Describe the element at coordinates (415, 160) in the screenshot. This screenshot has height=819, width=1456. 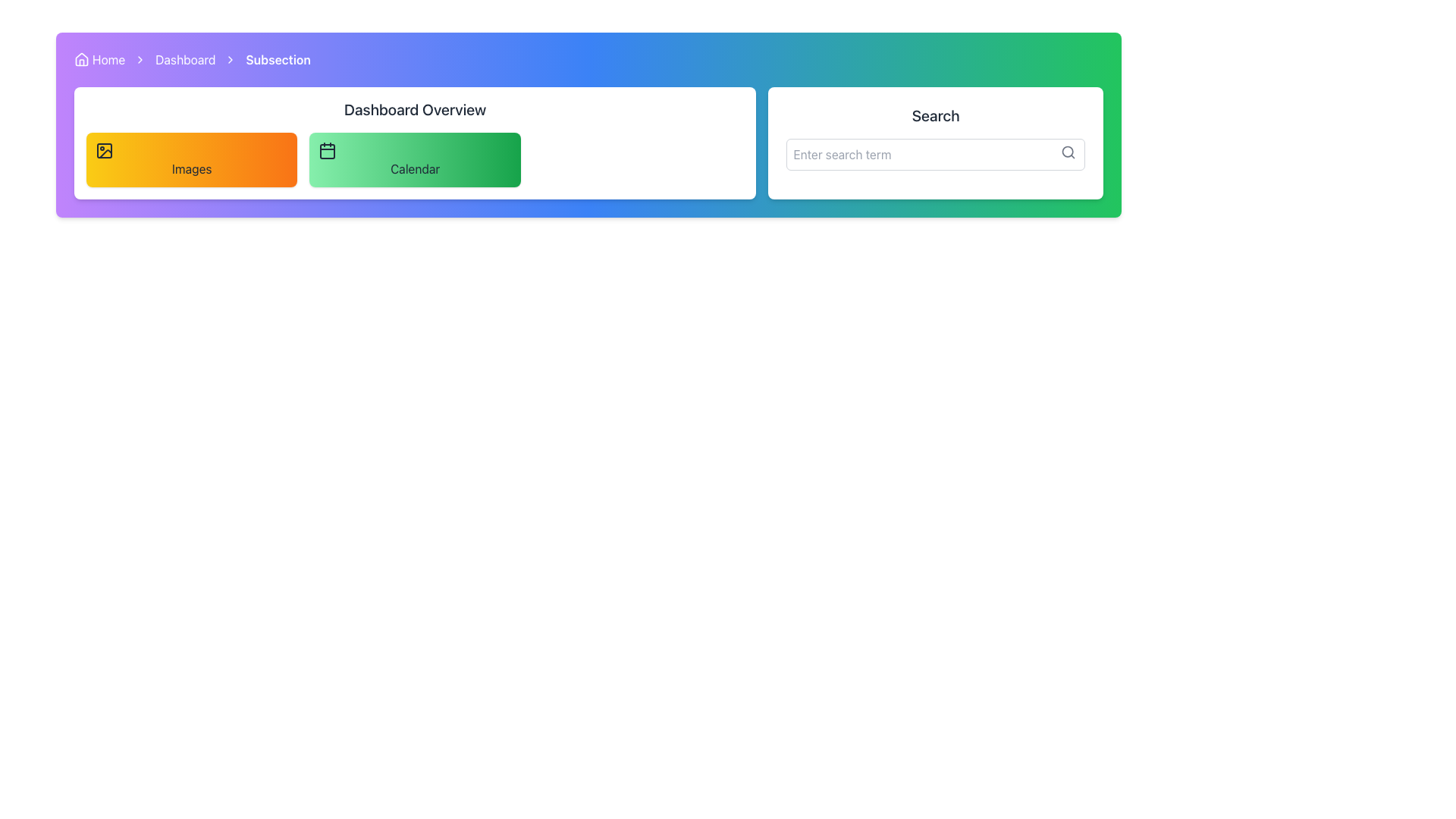
I see `the button in the grid structure beneath 'Dashboard Overview'` at that location.